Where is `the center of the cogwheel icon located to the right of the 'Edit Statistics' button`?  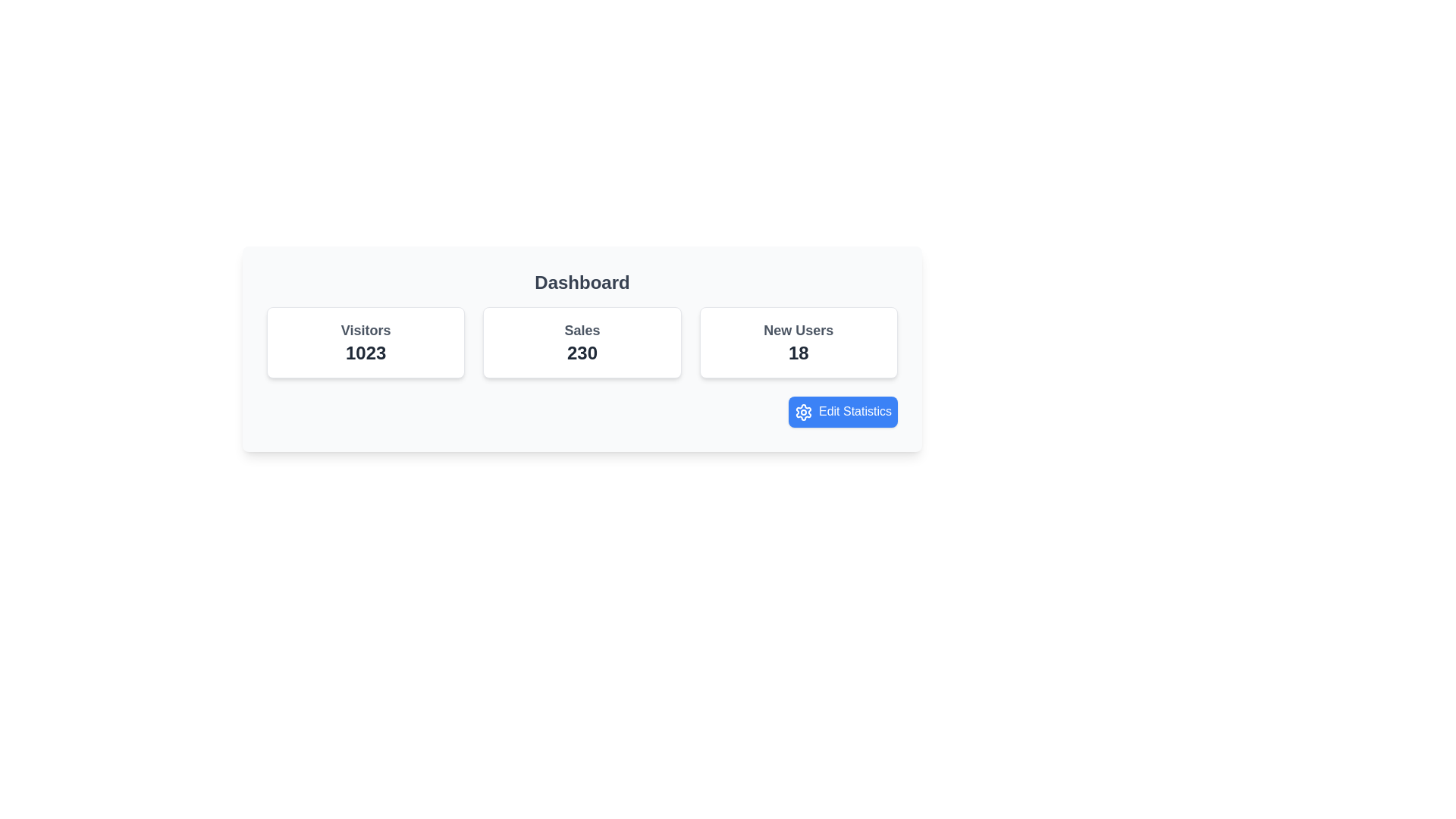 the center of the cogwheel icon located to the right of the 'Edit Statistics' button is located at coordinates (802, 412).